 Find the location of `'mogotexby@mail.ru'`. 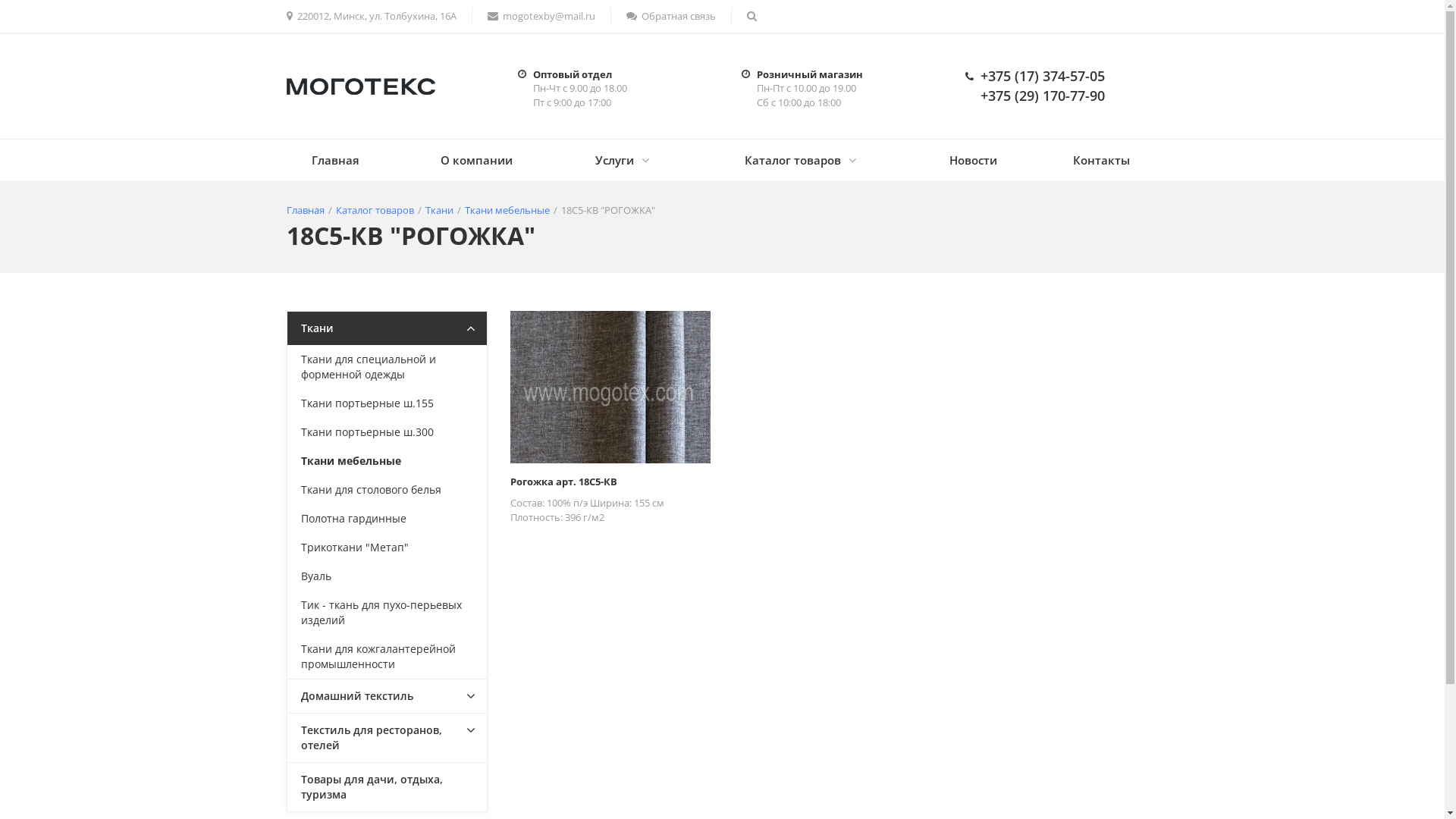

'mogotexby@mail.ru' is located at coordinates (541, 16).